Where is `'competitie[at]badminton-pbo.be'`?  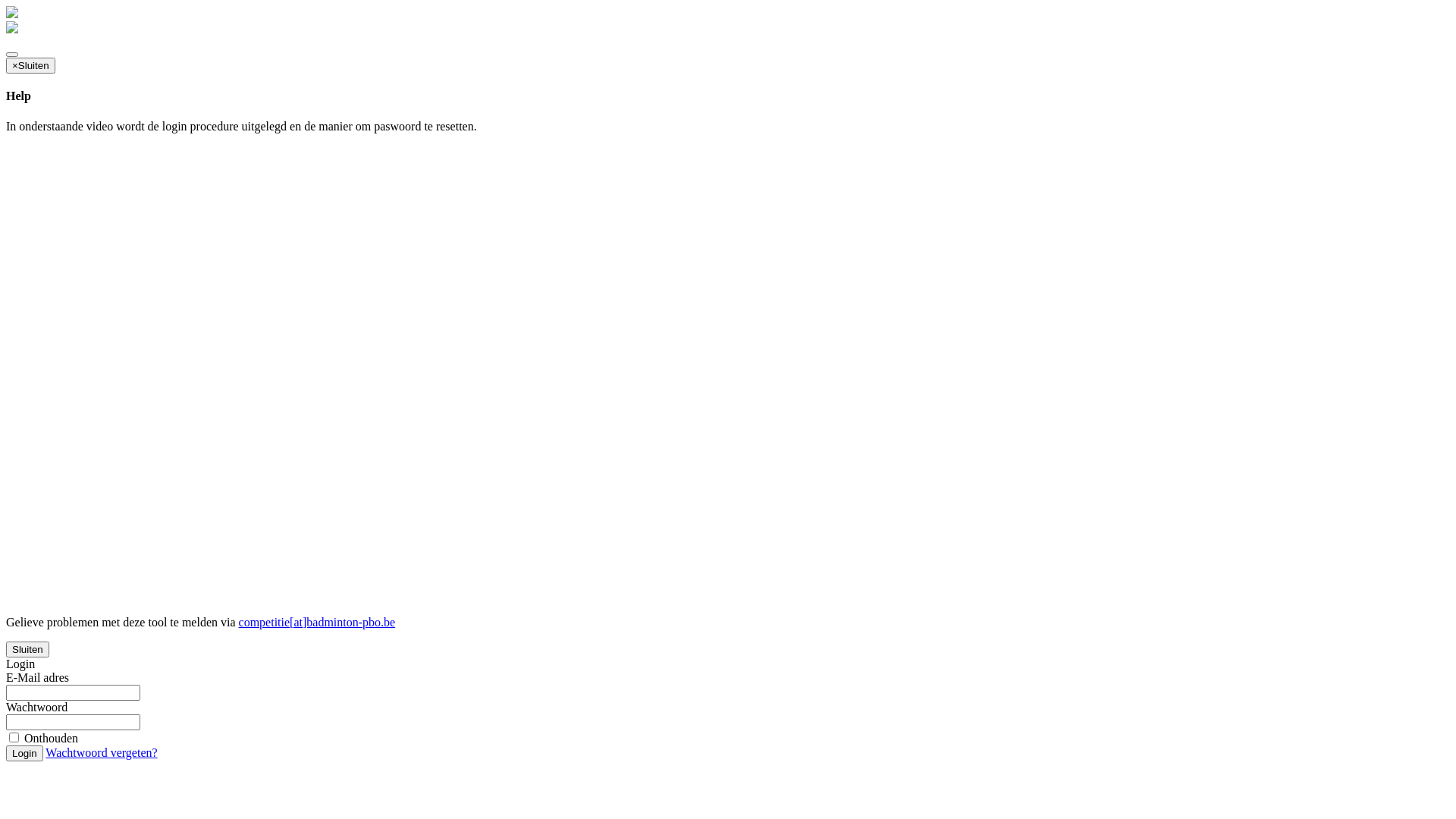 'competitie[at]badminton-pbo.be' is located at coordinates (316, 622).